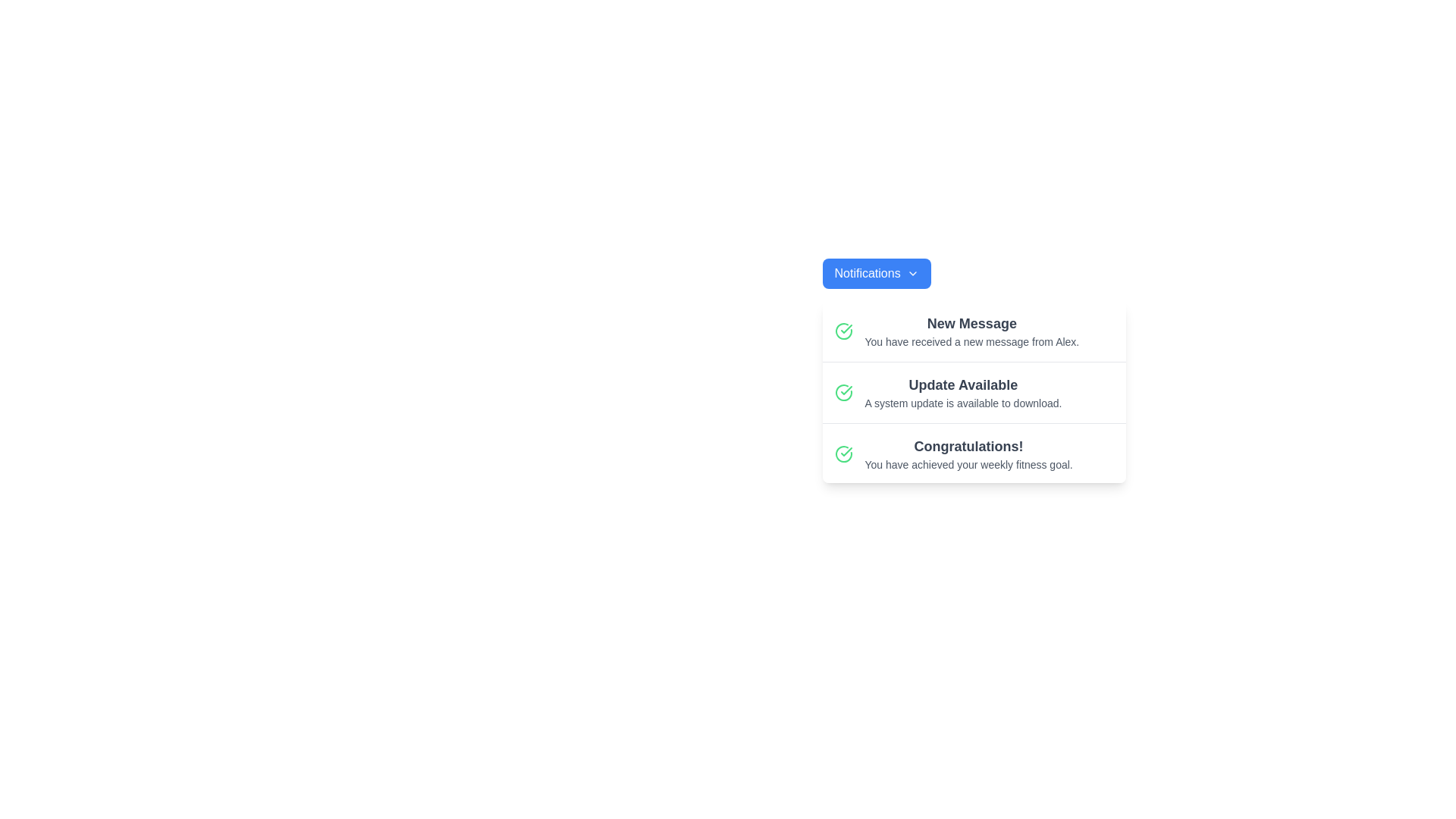  What do you see at coordinates (968, 453) in the screenshot?
I see `the congratulatory message text block that indicates the user has achieved their weekly fitness goal, located in the third notification entry of the list` at bounding box center [968, 453].